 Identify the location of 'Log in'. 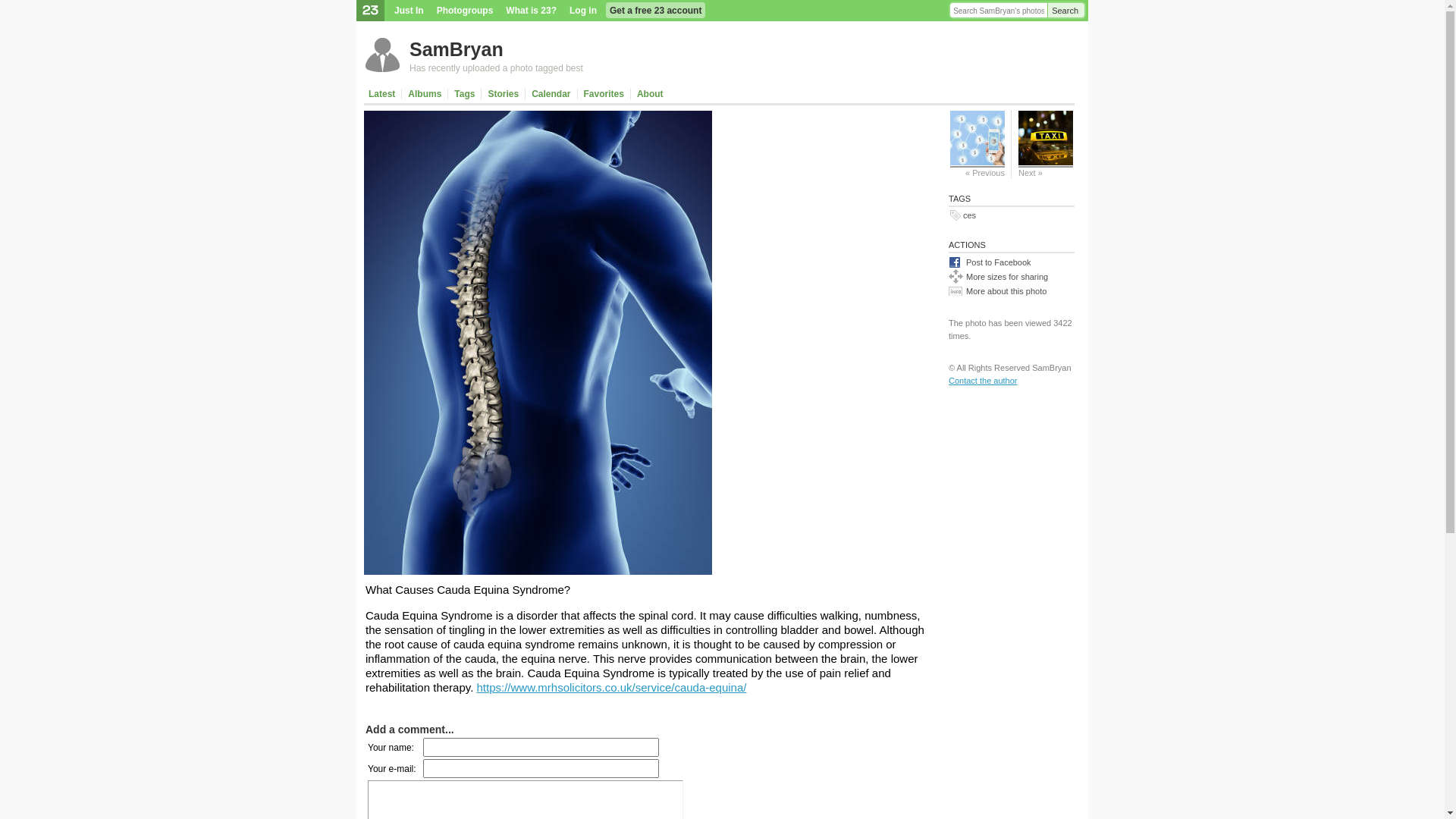
(582, 11).